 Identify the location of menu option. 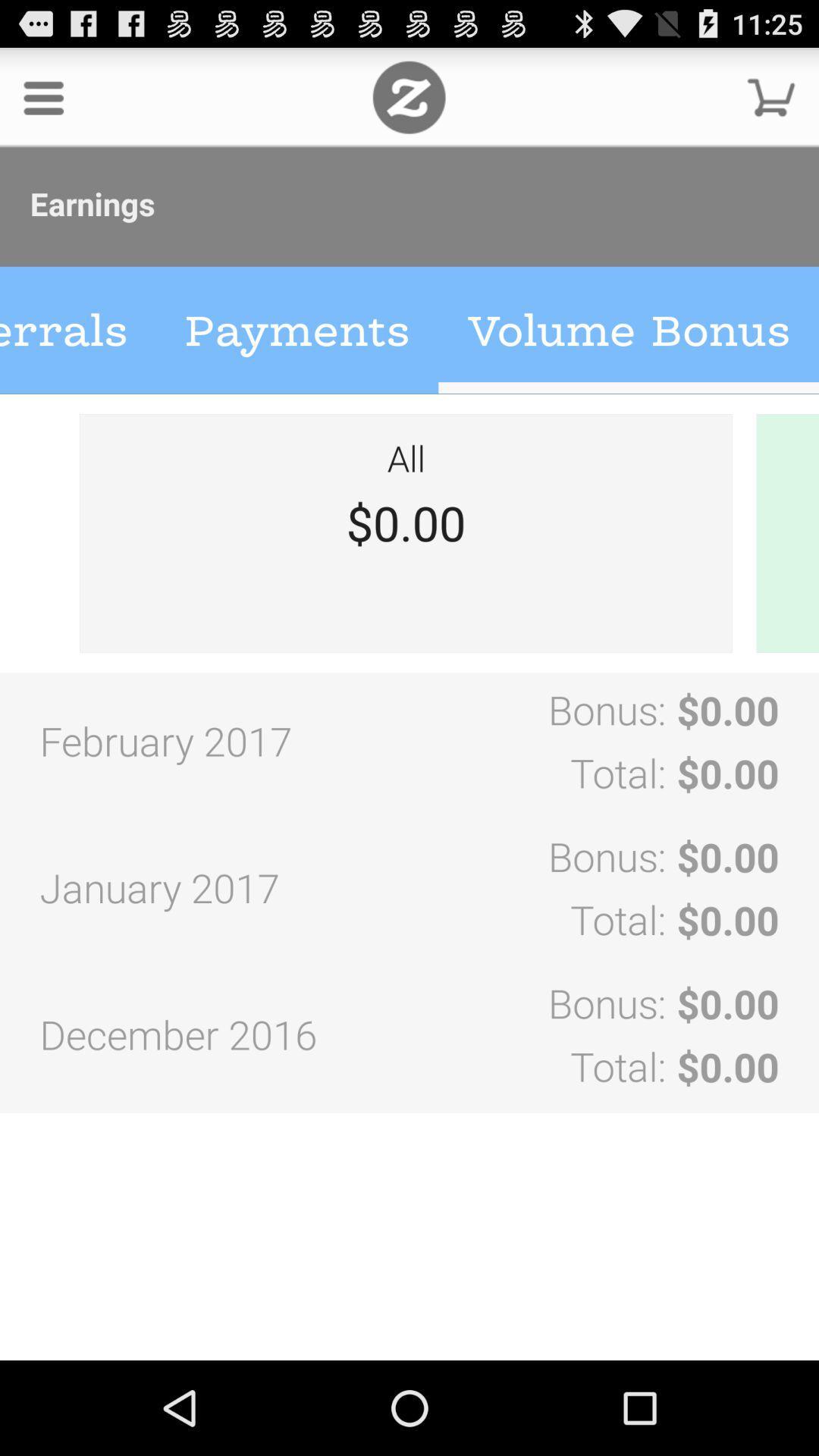
(42, 96).